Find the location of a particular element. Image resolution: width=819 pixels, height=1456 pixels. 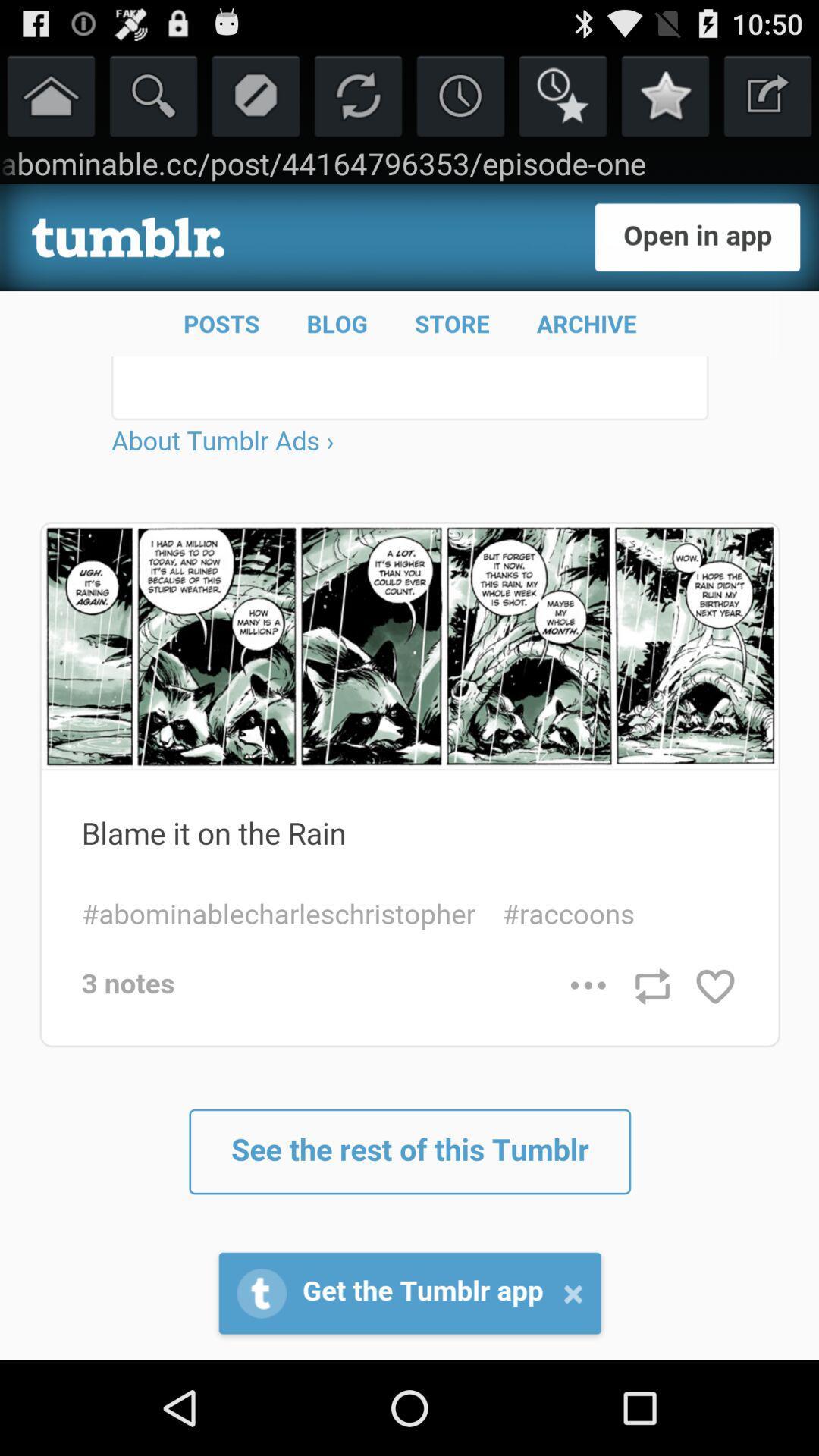

back is located at coordinates (767, 94).